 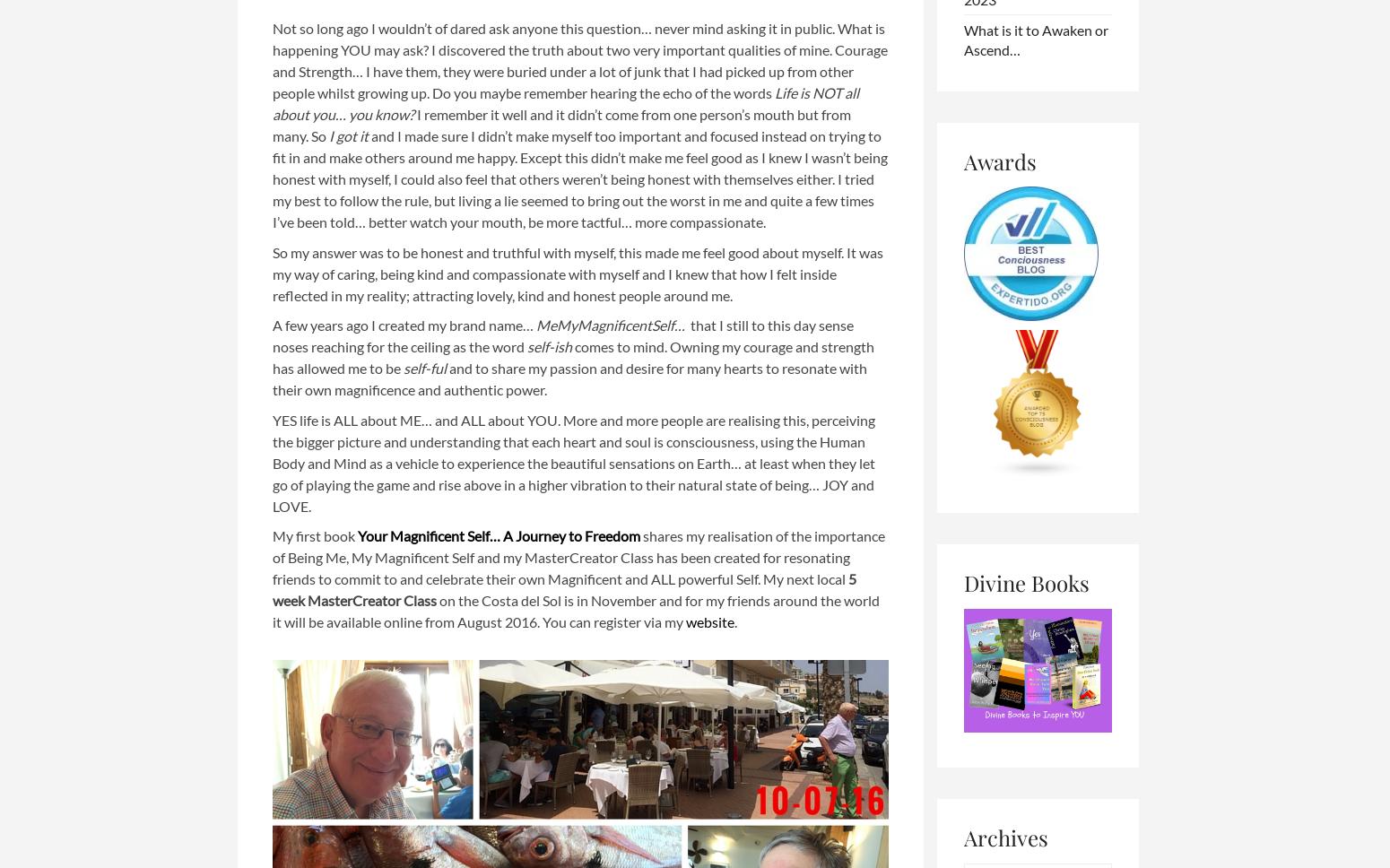 I want to click on '5 week MasterCreator Class', so click(x=563, y=589).